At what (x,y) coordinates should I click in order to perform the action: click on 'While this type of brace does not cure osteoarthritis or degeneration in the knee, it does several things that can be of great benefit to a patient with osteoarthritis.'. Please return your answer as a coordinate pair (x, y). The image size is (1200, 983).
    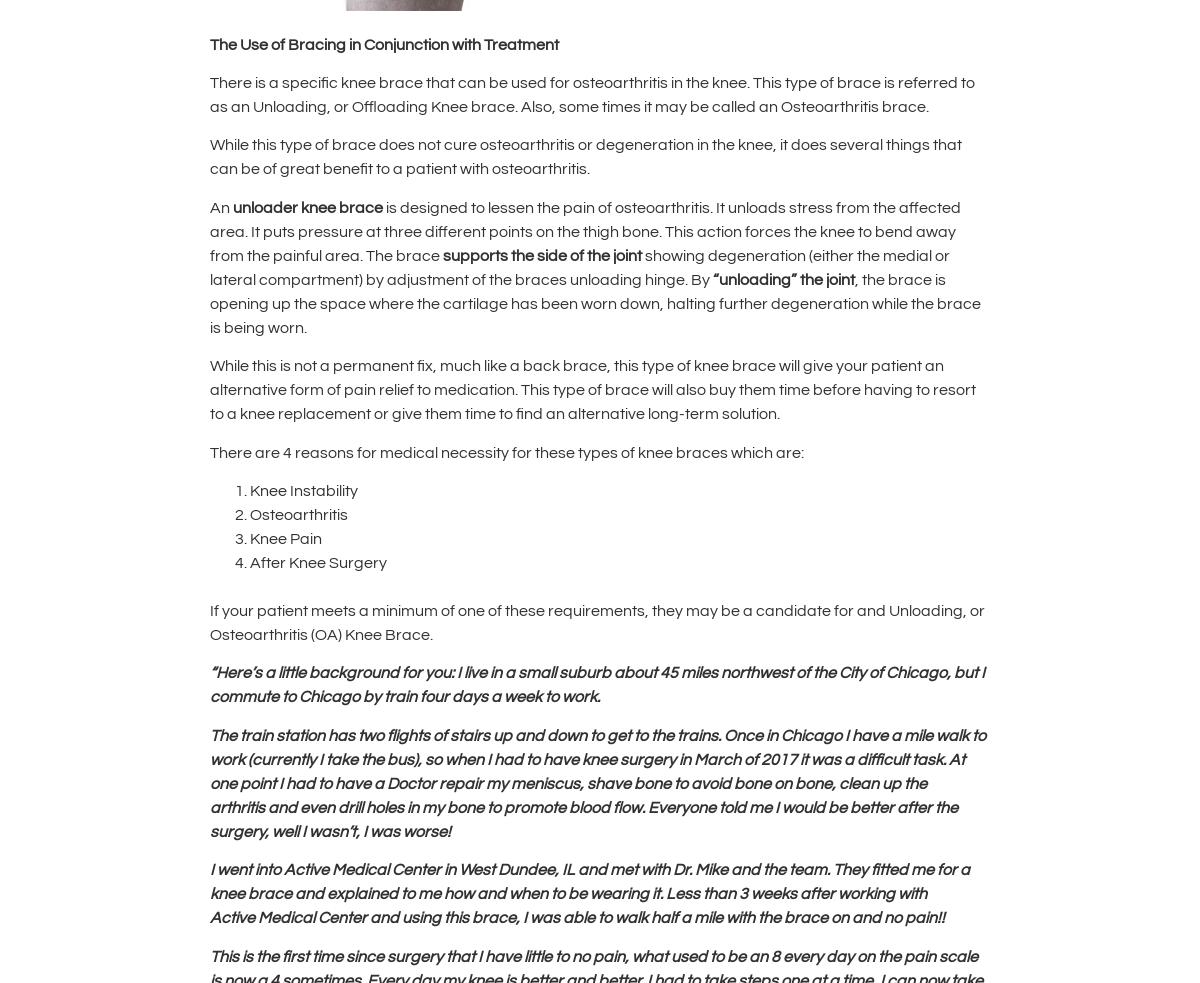
    Looking at the image, I should click on (209, 155).